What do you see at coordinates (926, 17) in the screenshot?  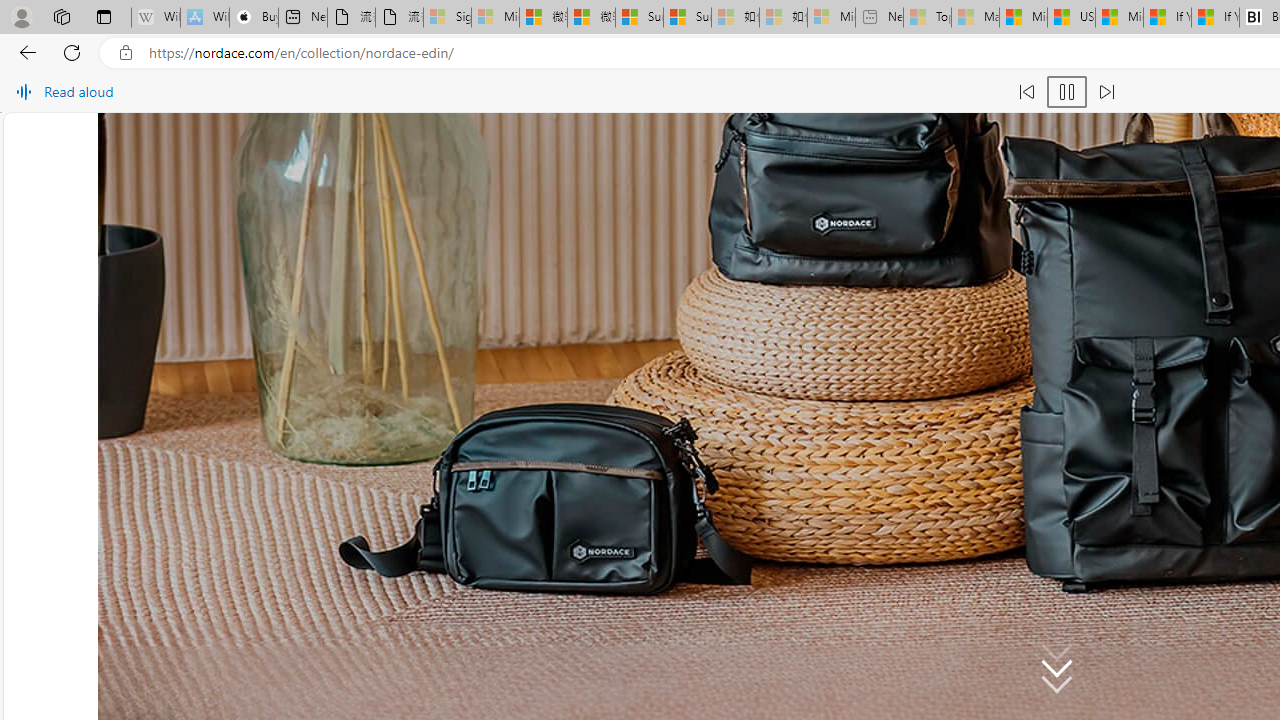 I see `'Top Stories - MSN - Sleeping'` at bounding box center [926, 17].